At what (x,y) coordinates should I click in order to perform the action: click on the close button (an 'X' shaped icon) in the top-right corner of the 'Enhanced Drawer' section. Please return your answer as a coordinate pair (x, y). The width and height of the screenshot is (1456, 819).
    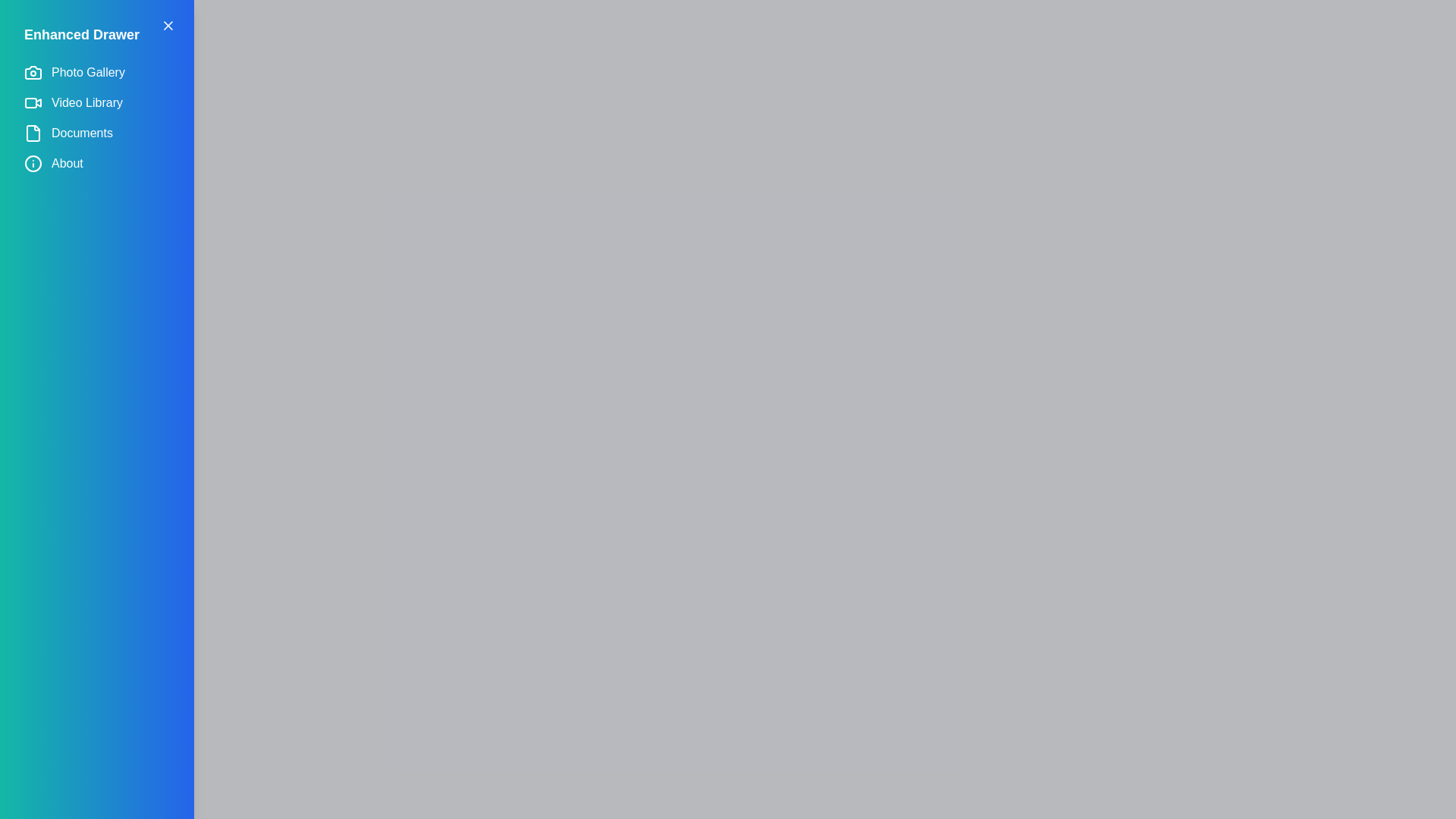
    Looking at the image, I should click on (168, 26).